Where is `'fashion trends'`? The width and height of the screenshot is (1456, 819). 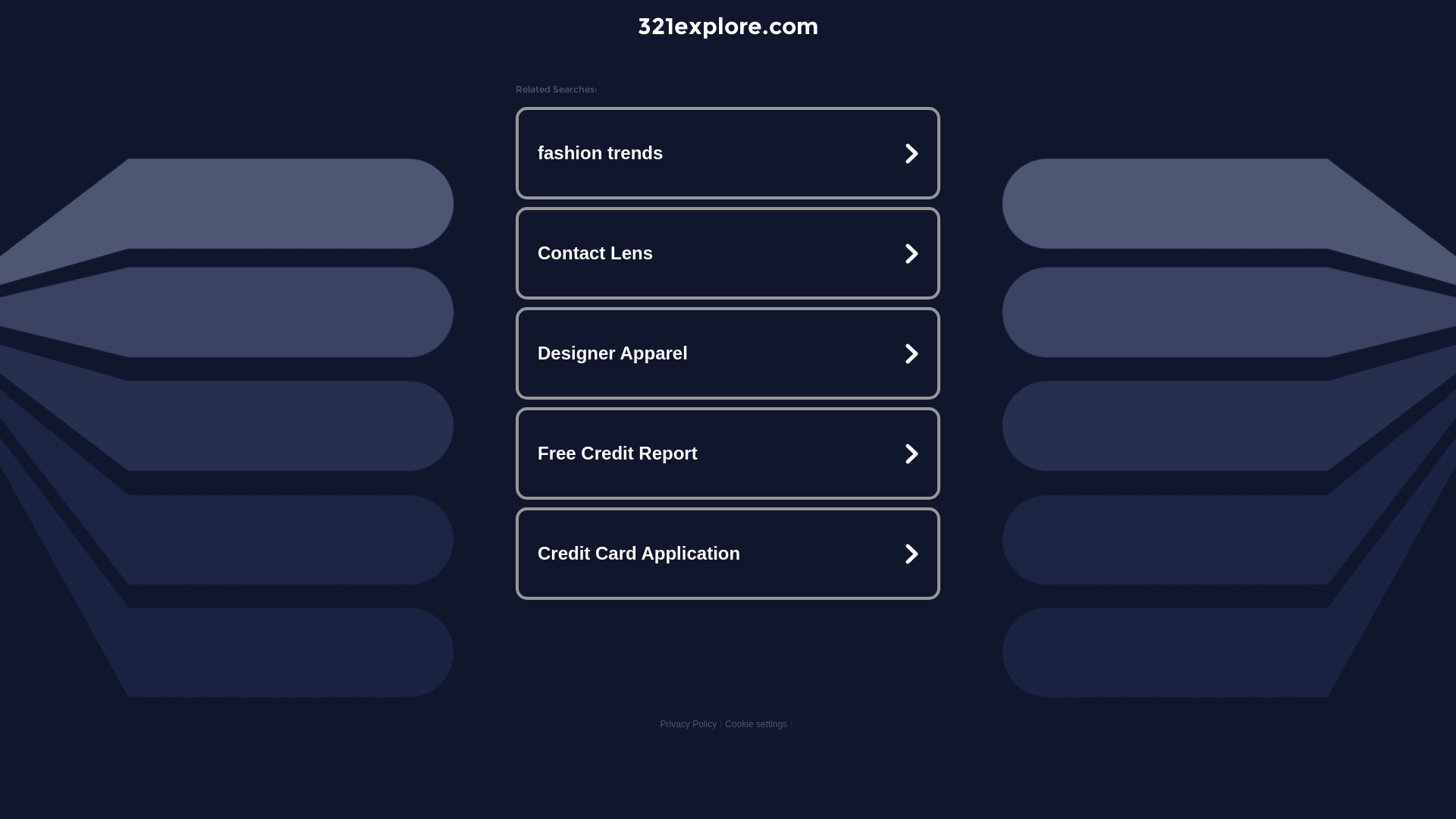
'fashion trends' is located at coordinates (728, 152).